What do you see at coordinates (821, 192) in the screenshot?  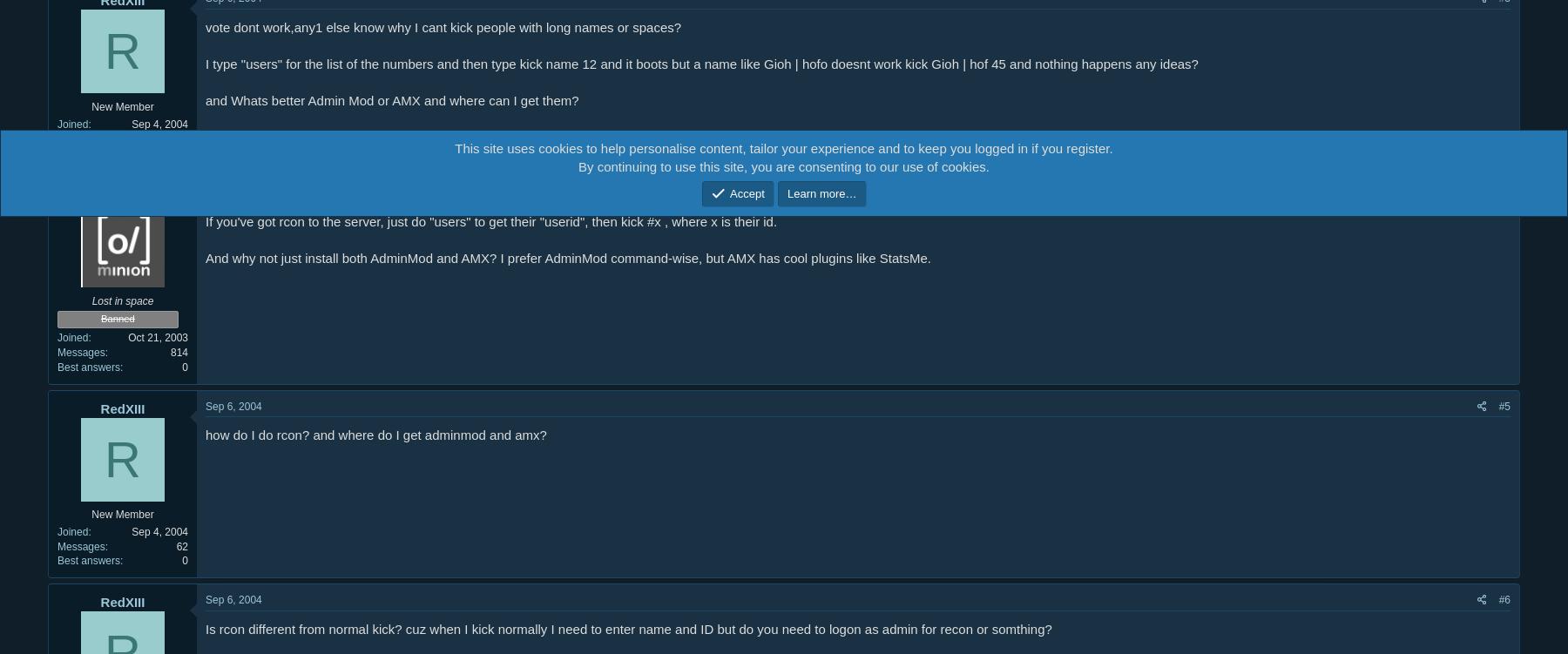 I see `'Learn more…'` at bounding box center [821, 192].